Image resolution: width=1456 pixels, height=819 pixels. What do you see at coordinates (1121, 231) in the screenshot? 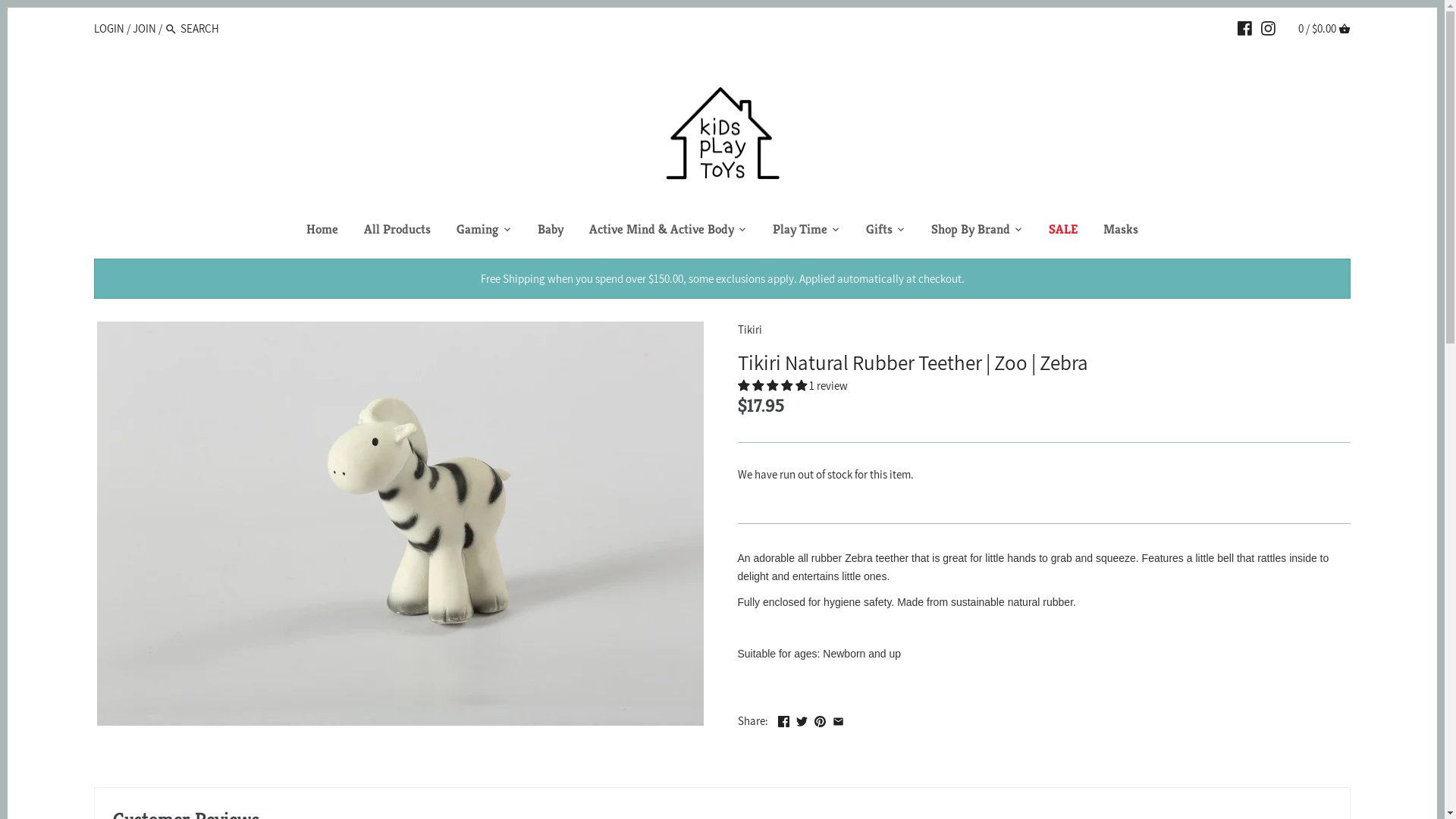
I see `'Masks'` at bounding box center [1121, 231].